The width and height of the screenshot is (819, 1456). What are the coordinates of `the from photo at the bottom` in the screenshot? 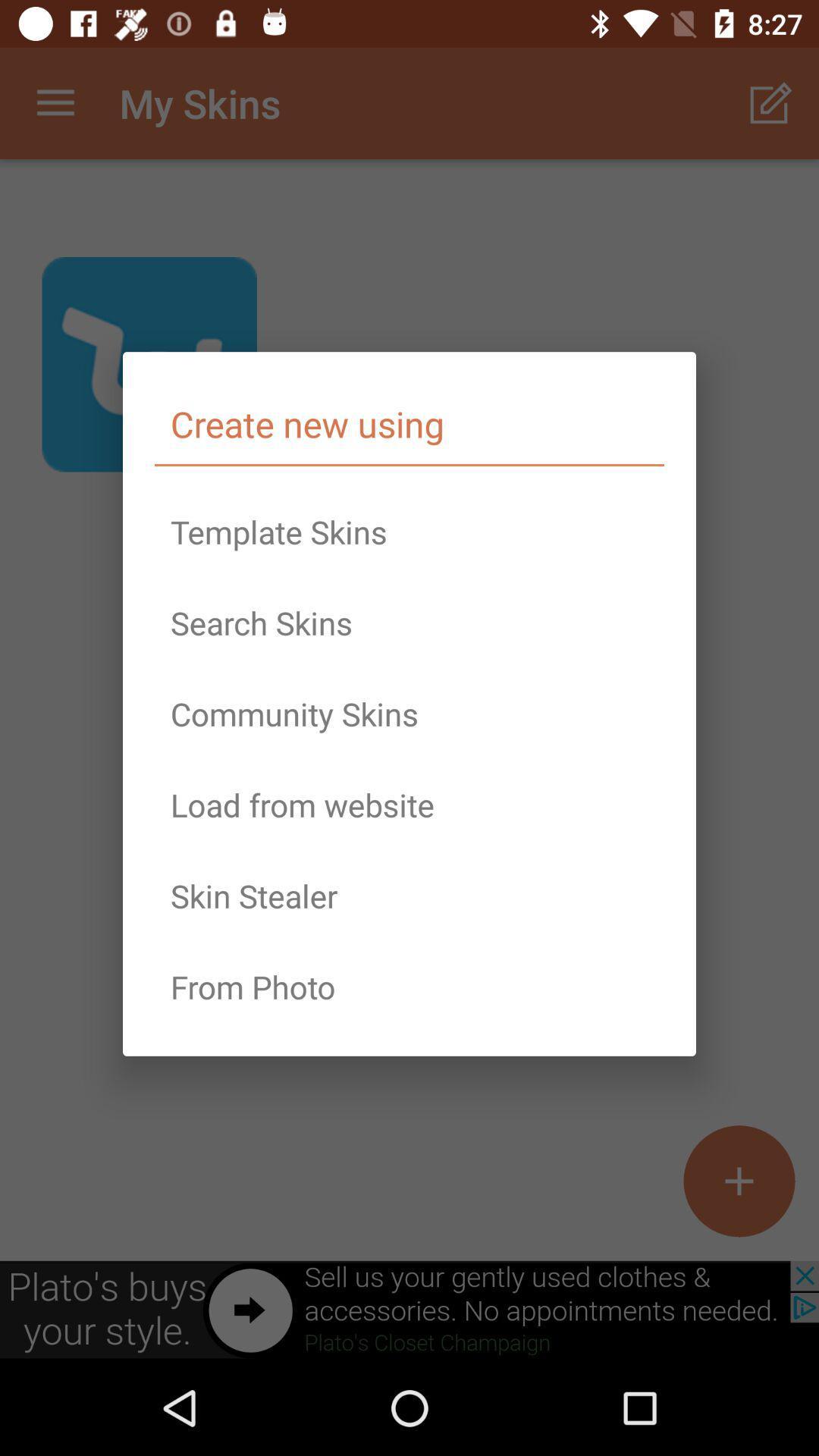 It's located at (409, 987).